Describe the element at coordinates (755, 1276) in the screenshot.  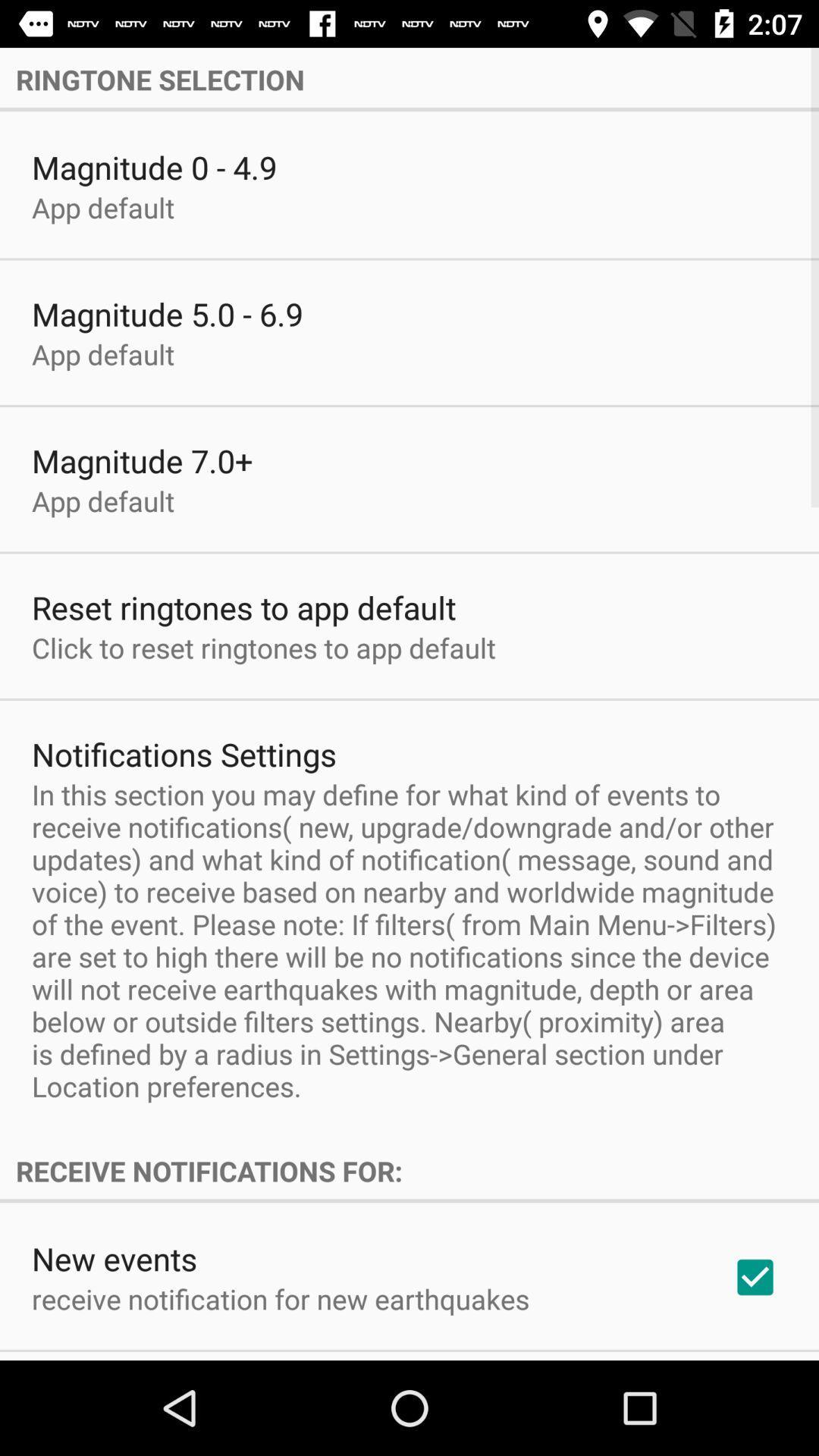
I see `icon to the right of the receive notification for` at that location.